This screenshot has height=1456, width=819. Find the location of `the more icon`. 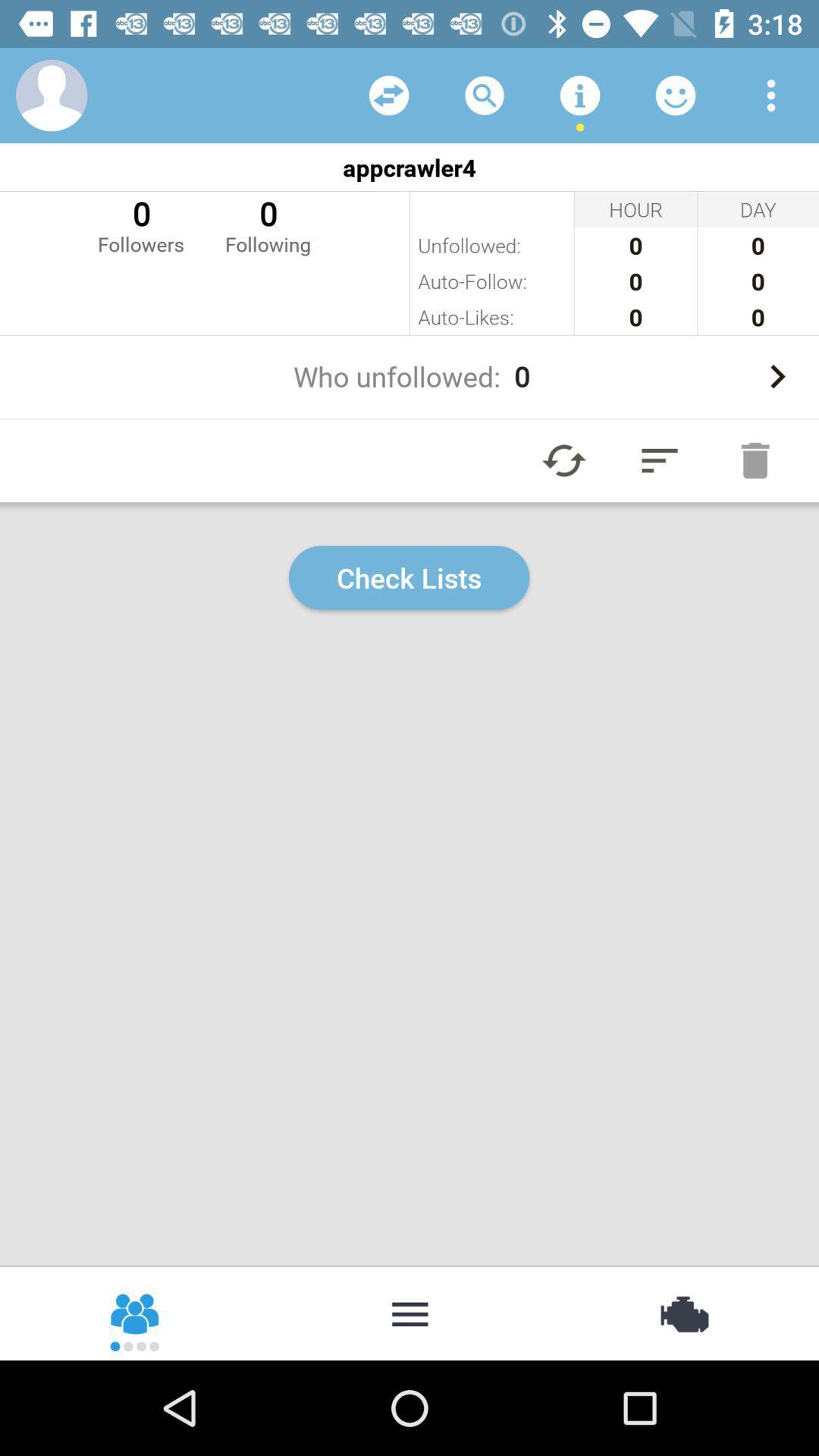

the more icon is located at coordinates (409, 1312).